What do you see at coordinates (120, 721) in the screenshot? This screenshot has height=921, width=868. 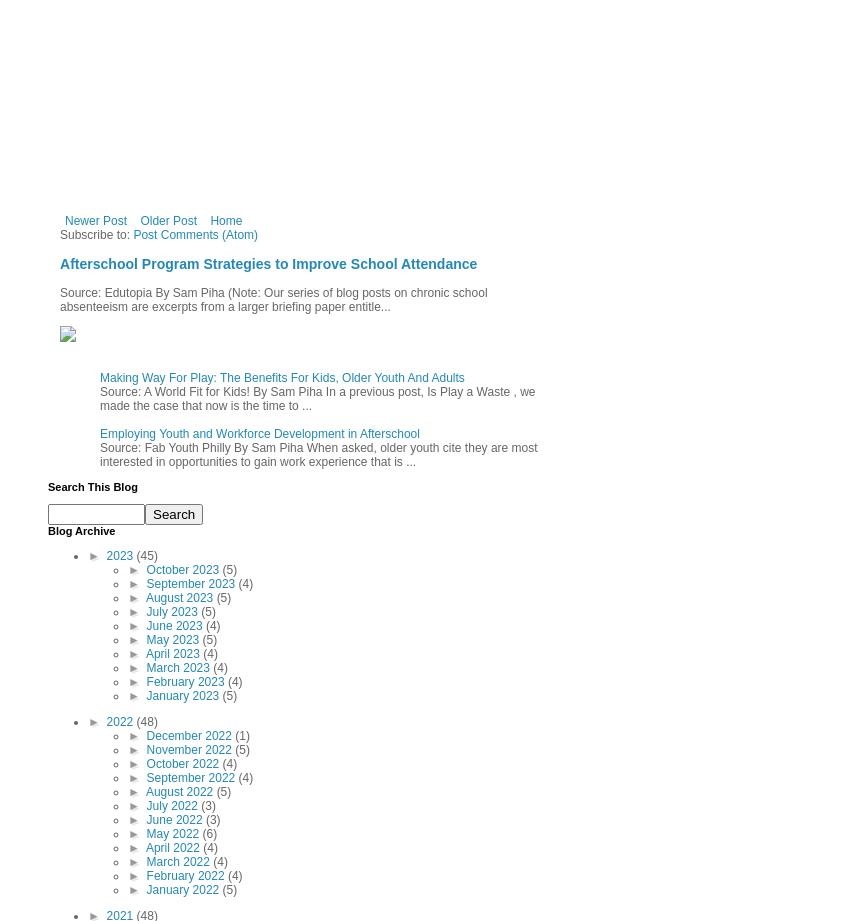 I see `'2022'` at bounding box center [120, 721].